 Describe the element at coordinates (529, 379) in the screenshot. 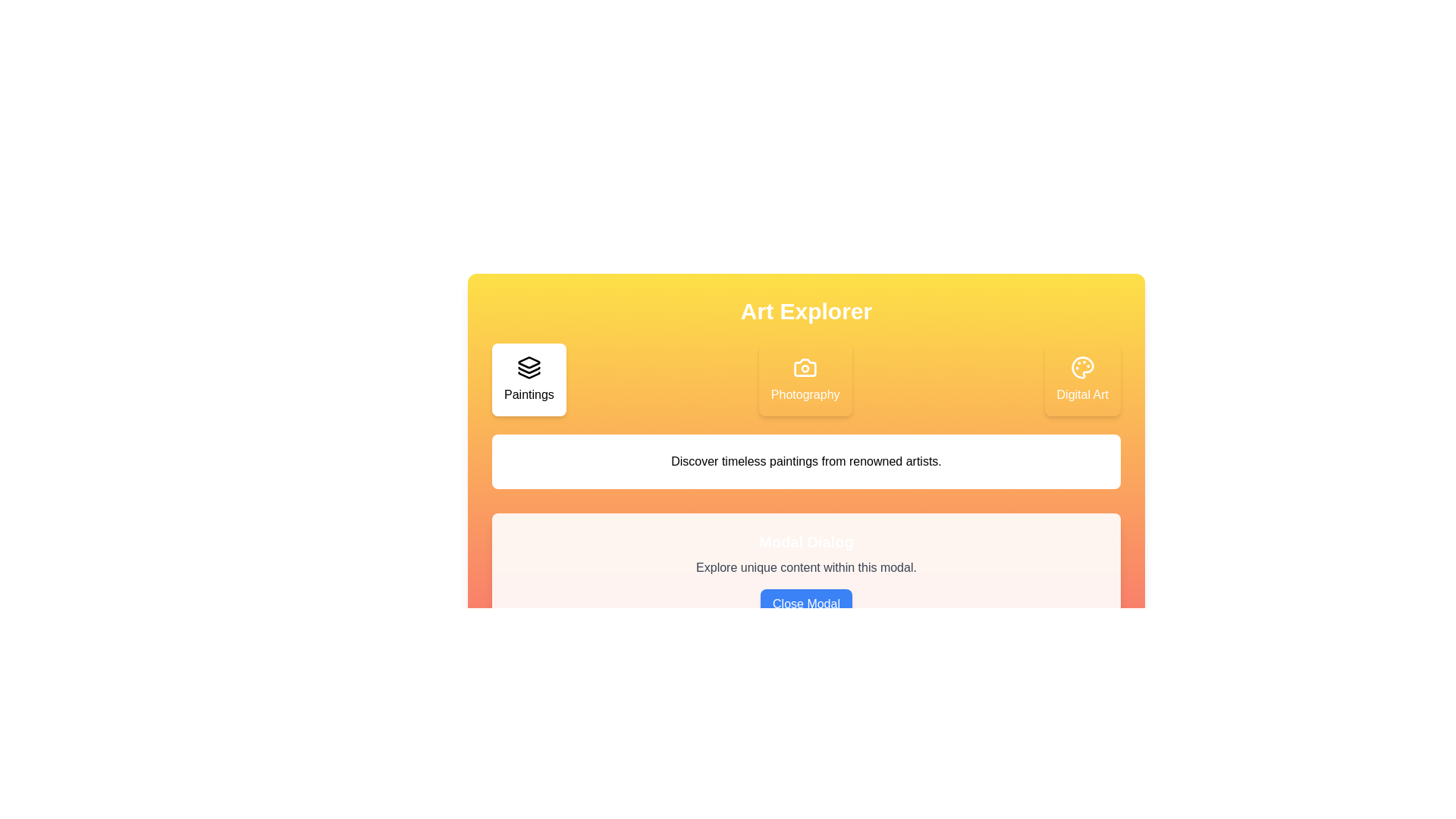

I see `the Paintings tab to view its content` at that location.